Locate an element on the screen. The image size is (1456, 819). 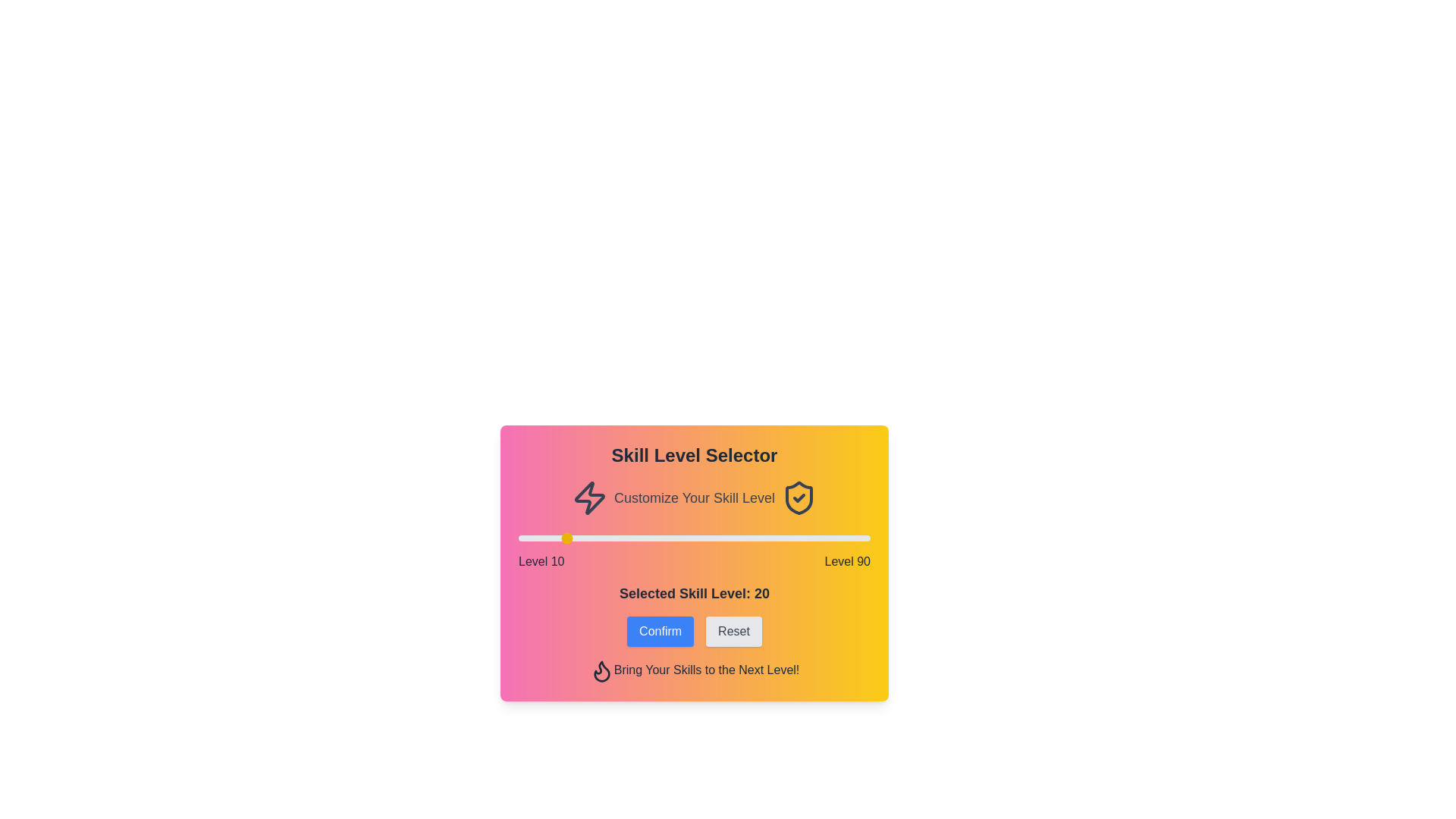
the slider to observe any potential interactions is located at coordinates (694, 537).